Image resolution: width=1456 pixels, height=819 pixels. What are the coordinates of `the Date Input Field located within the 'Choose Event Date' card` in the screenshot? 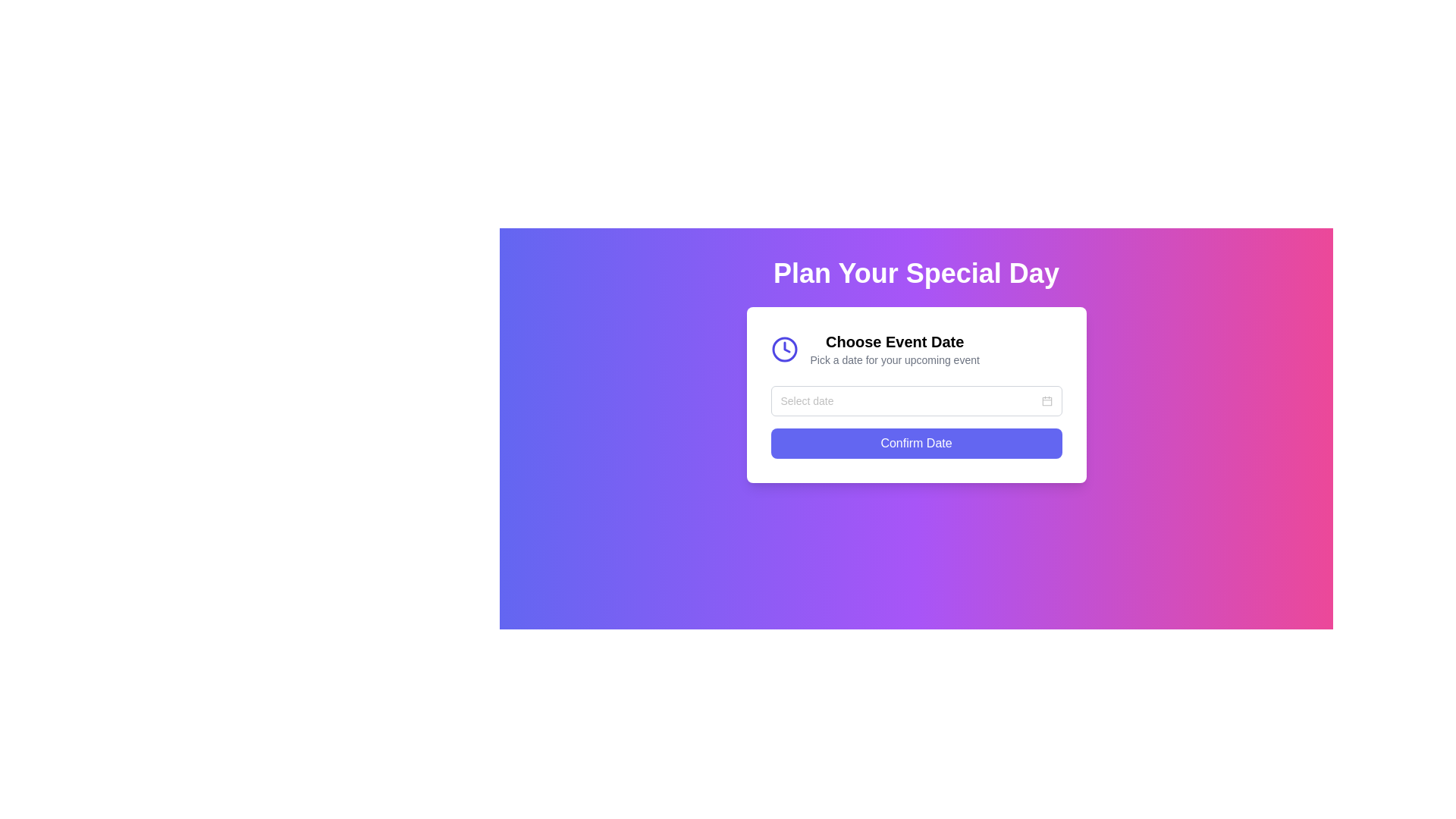 It's located at (915, 400).